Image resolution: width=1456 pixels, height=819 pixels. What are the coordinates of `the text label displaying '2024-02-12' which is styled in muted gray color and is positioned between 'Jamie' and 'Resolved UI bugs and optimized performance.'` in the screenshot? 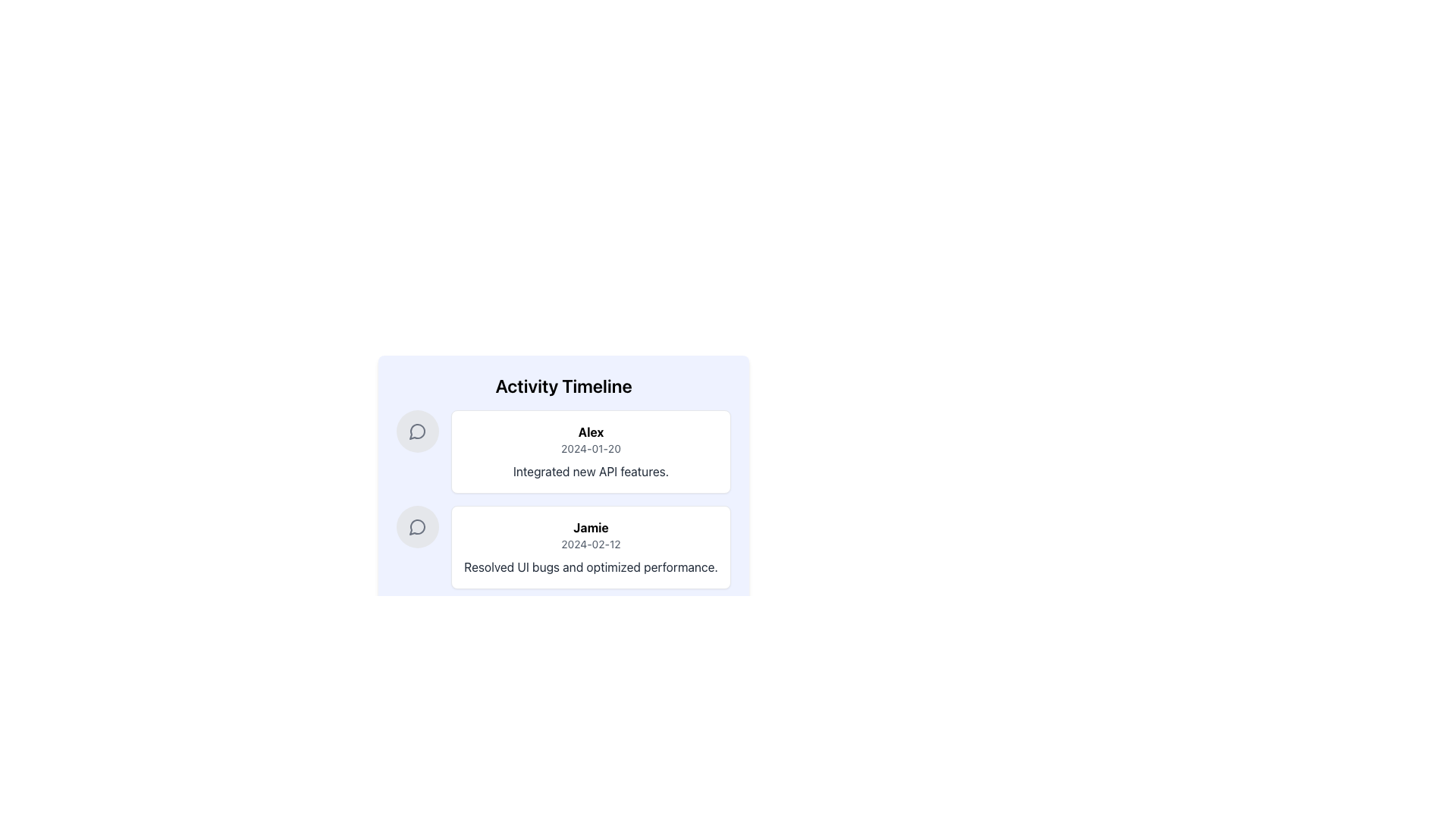 It's located at (590, 543).